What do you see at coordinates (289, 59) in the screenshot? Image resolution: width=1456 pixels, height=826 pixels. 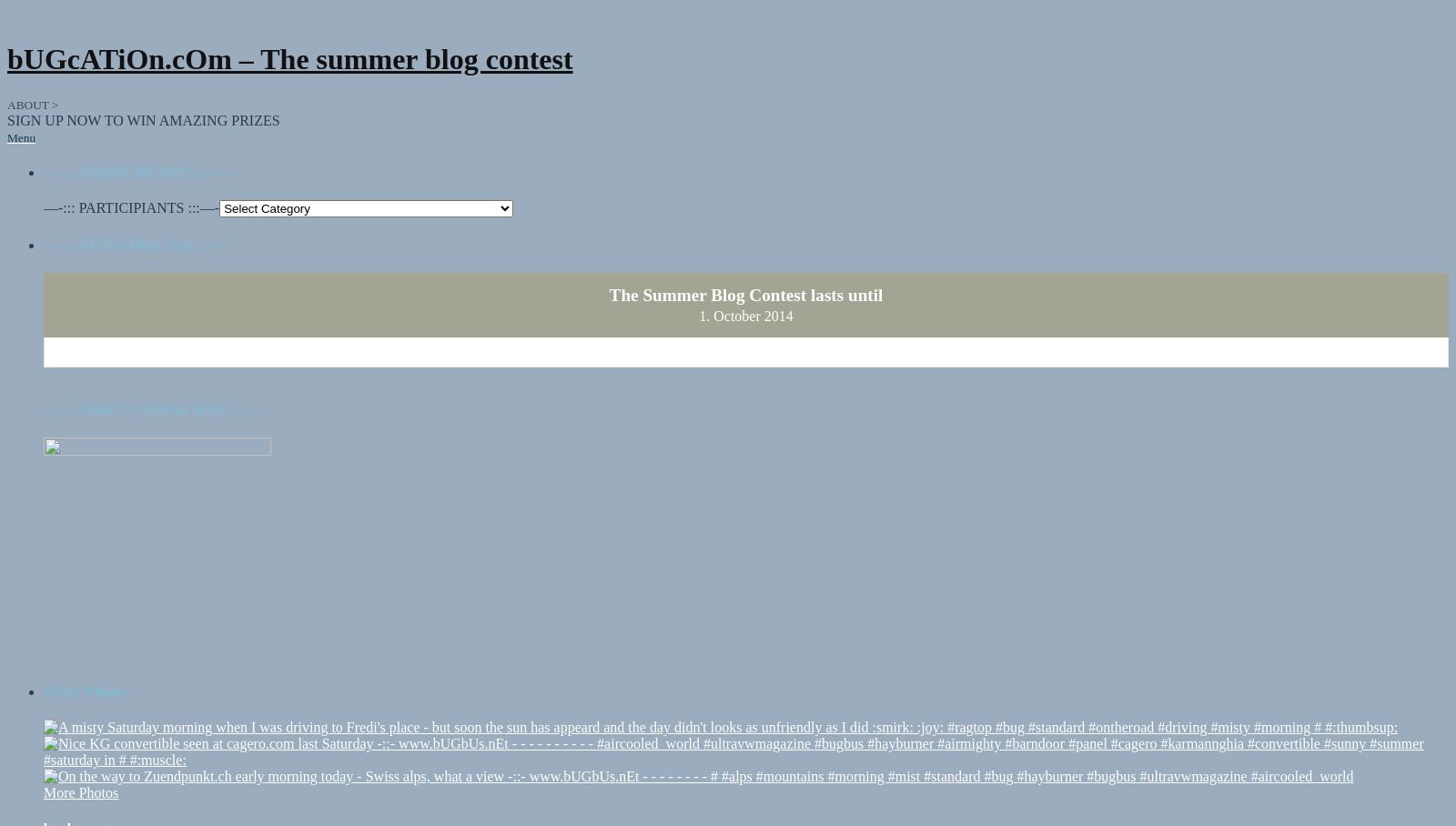 I see `'bUGcATiOn.cOm – The summer blog contest'` at bounding box center [289, 59].